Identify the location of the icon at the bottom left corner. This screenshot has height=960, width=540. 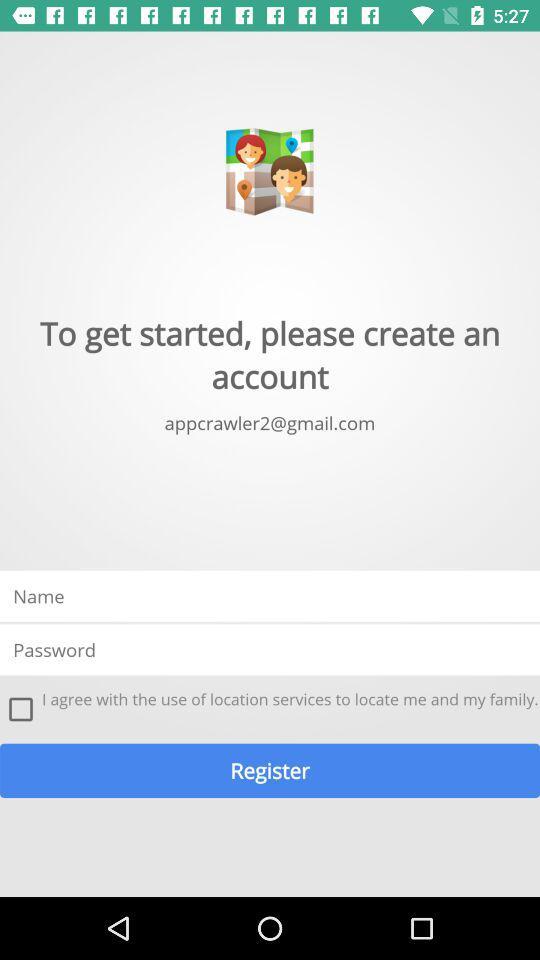
(20, 709).